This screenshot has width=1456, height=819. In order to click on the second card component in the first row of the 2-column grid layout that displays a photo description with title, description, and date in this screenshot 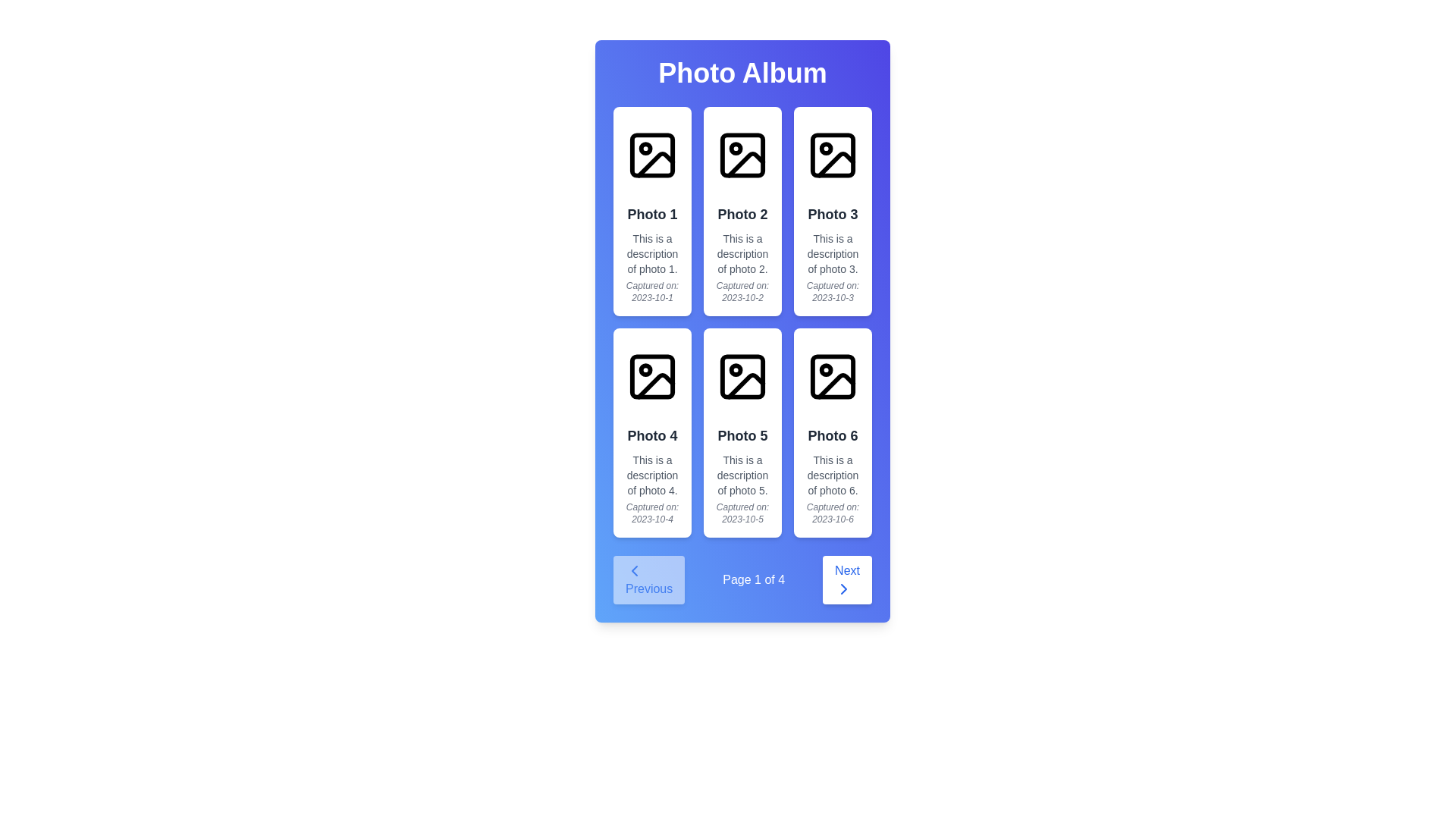, I will do `click(742, 211)`.